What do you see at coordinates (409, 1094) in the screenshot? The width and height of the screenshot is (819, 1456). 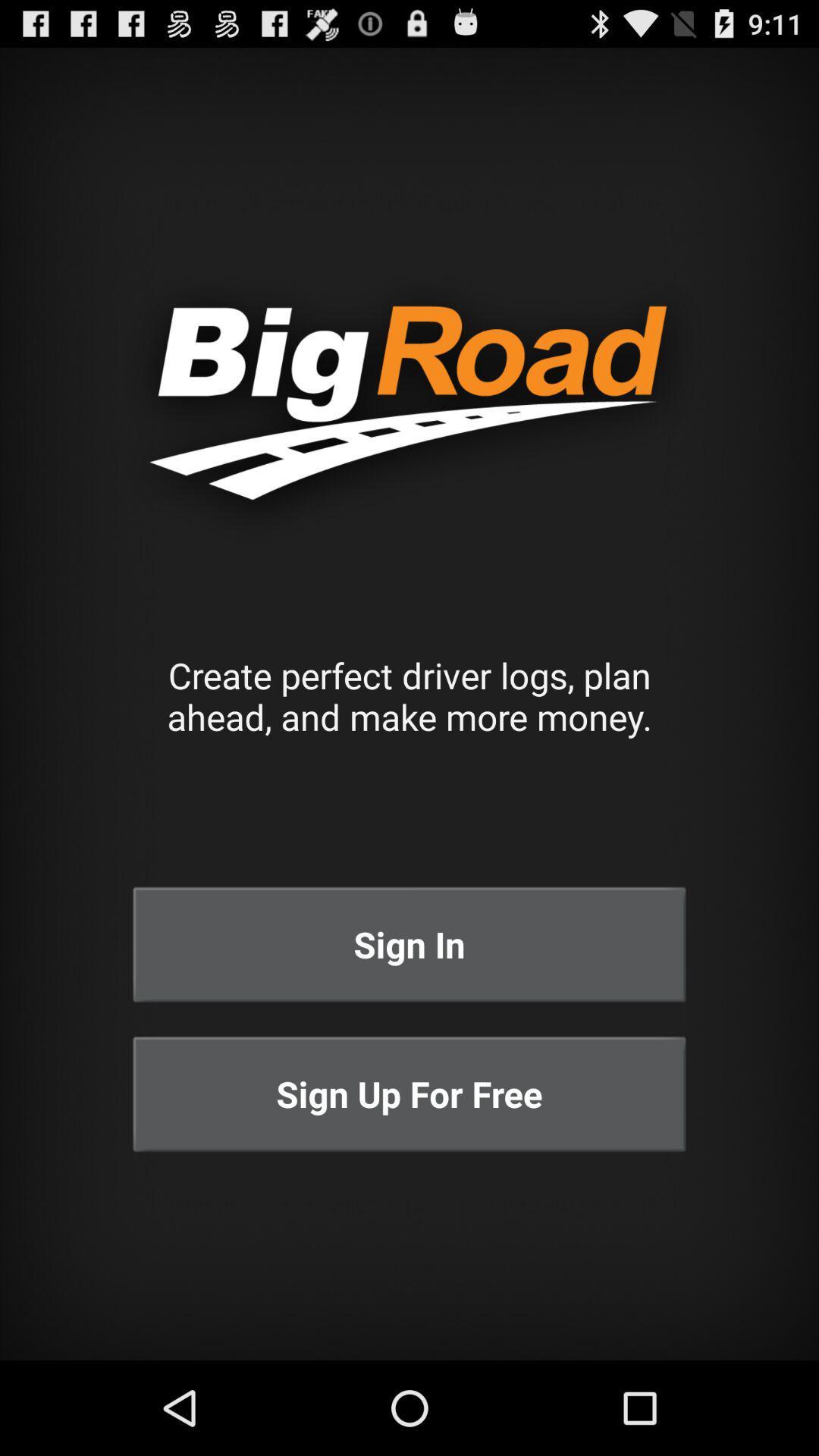 I see `the sign up for at the bottom` at bounding box center [409, 1094].